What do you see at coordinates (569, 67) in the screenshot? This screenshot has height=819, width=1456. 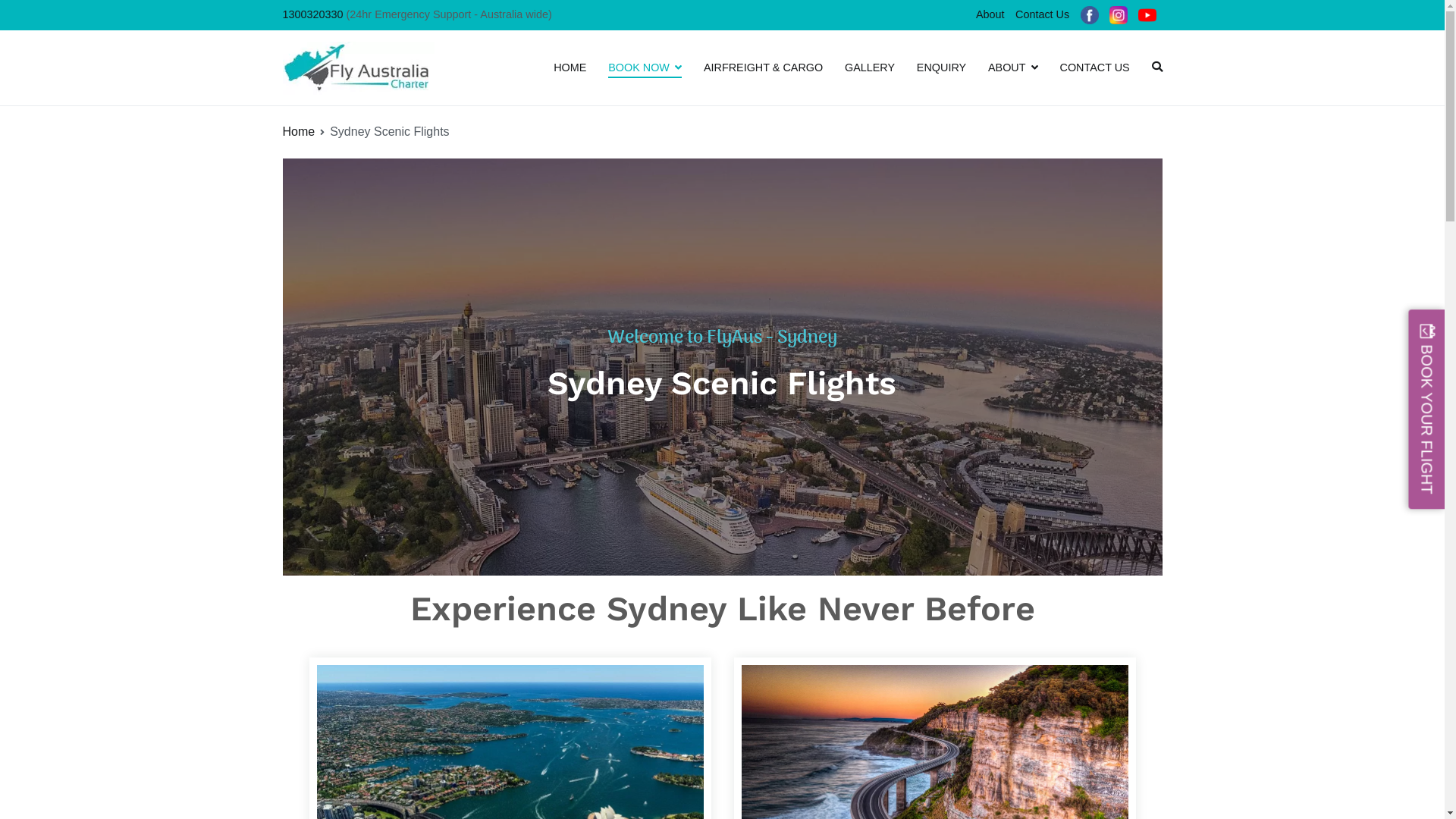 I see `'HOME'` at bounding box center [569, 67].